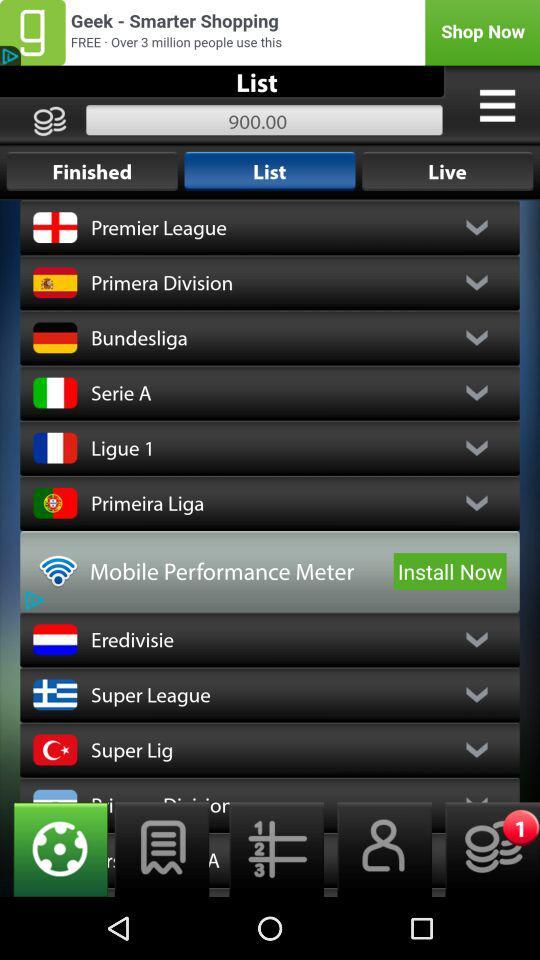  I want to click on show the menu options, so click(496, 105).